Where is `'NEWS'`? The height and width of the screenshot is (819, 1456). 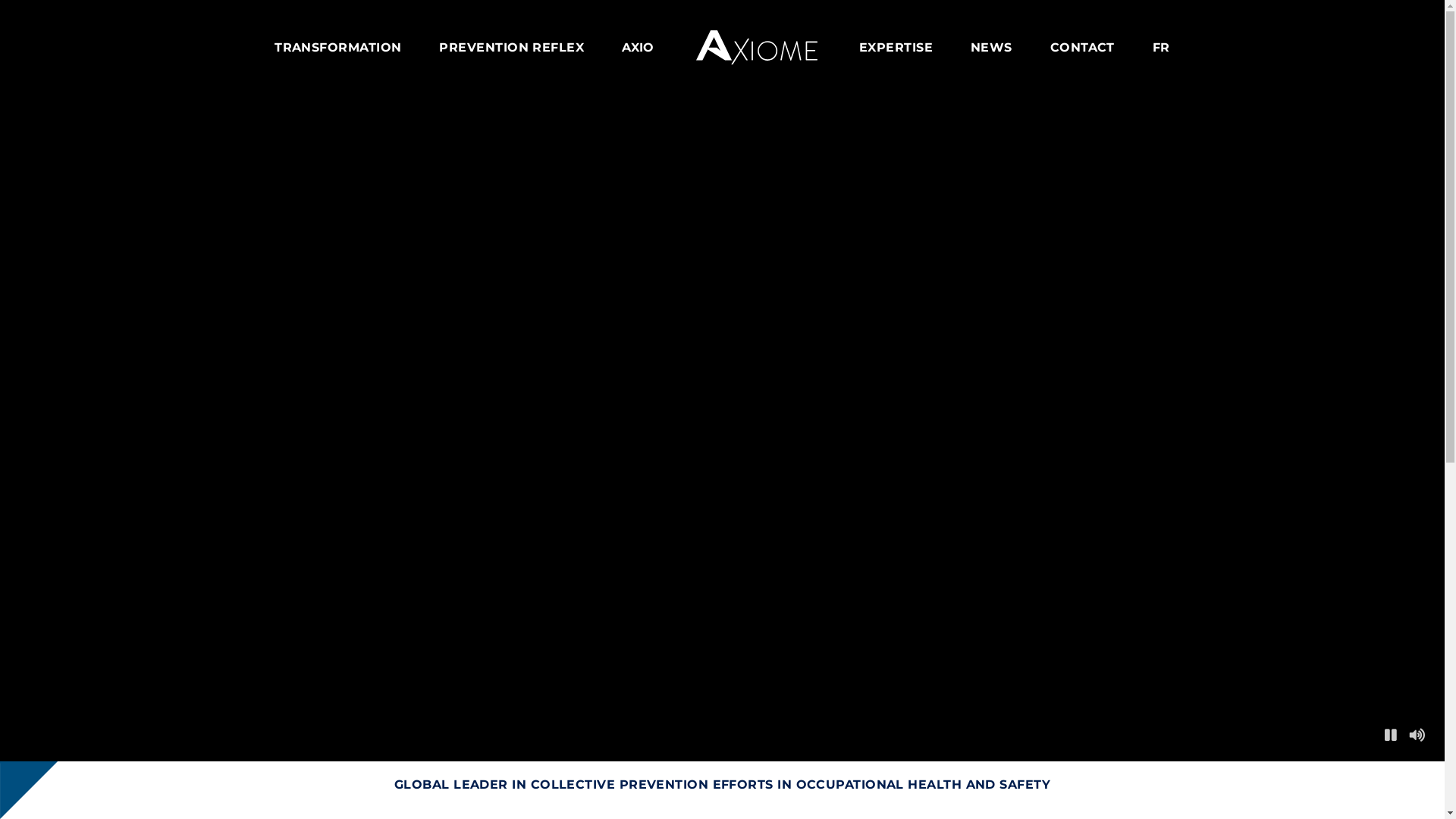 'NEWS' is located at coordinates (971, 47).